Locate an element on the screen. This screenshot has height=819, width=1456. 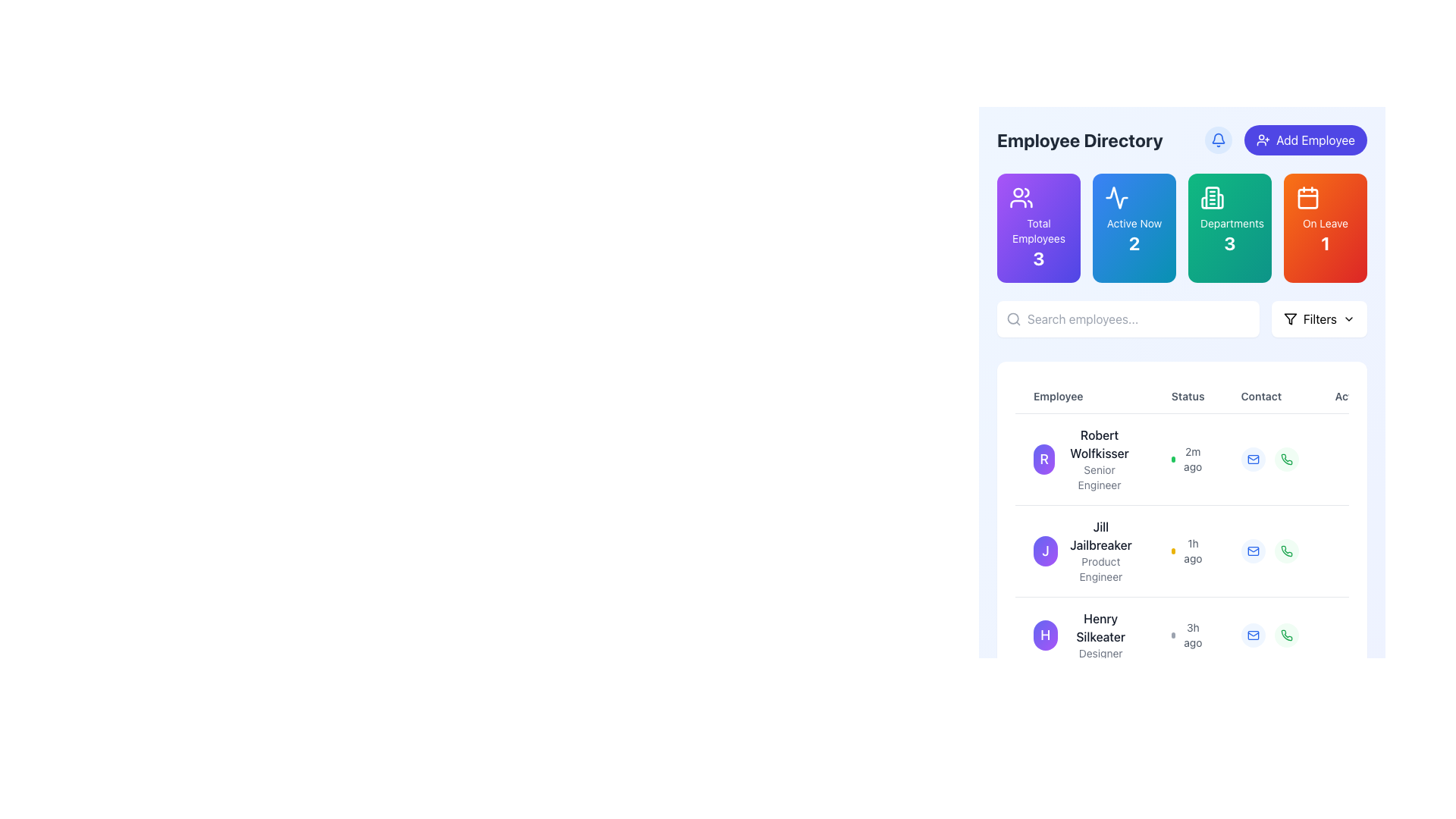
the 'Status' label which is a bold text label located in the header row above a table, positioned between 'Employee' and 'Contact' is located at coordinates (1187, 396).